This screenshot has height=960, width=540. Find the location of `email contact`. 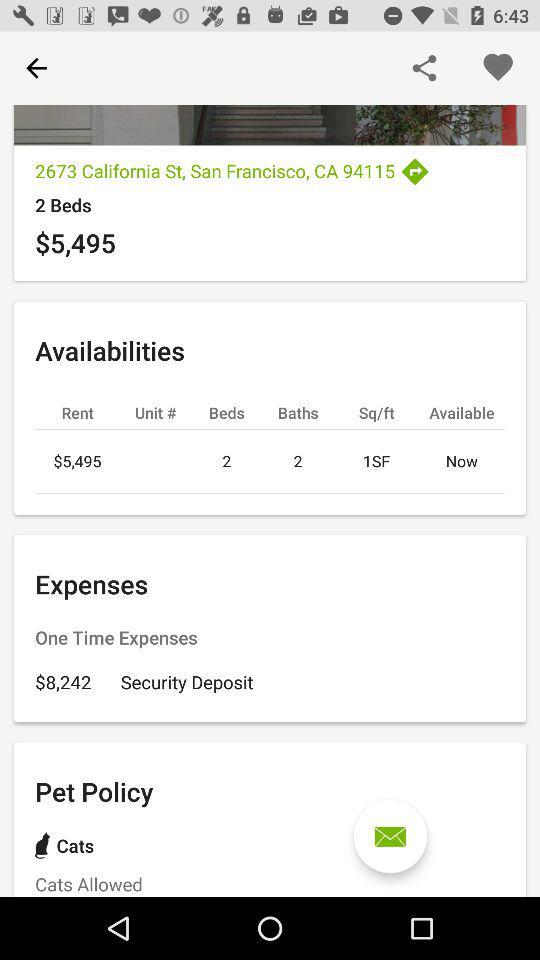

email contact is located at coordinates (390, 836).